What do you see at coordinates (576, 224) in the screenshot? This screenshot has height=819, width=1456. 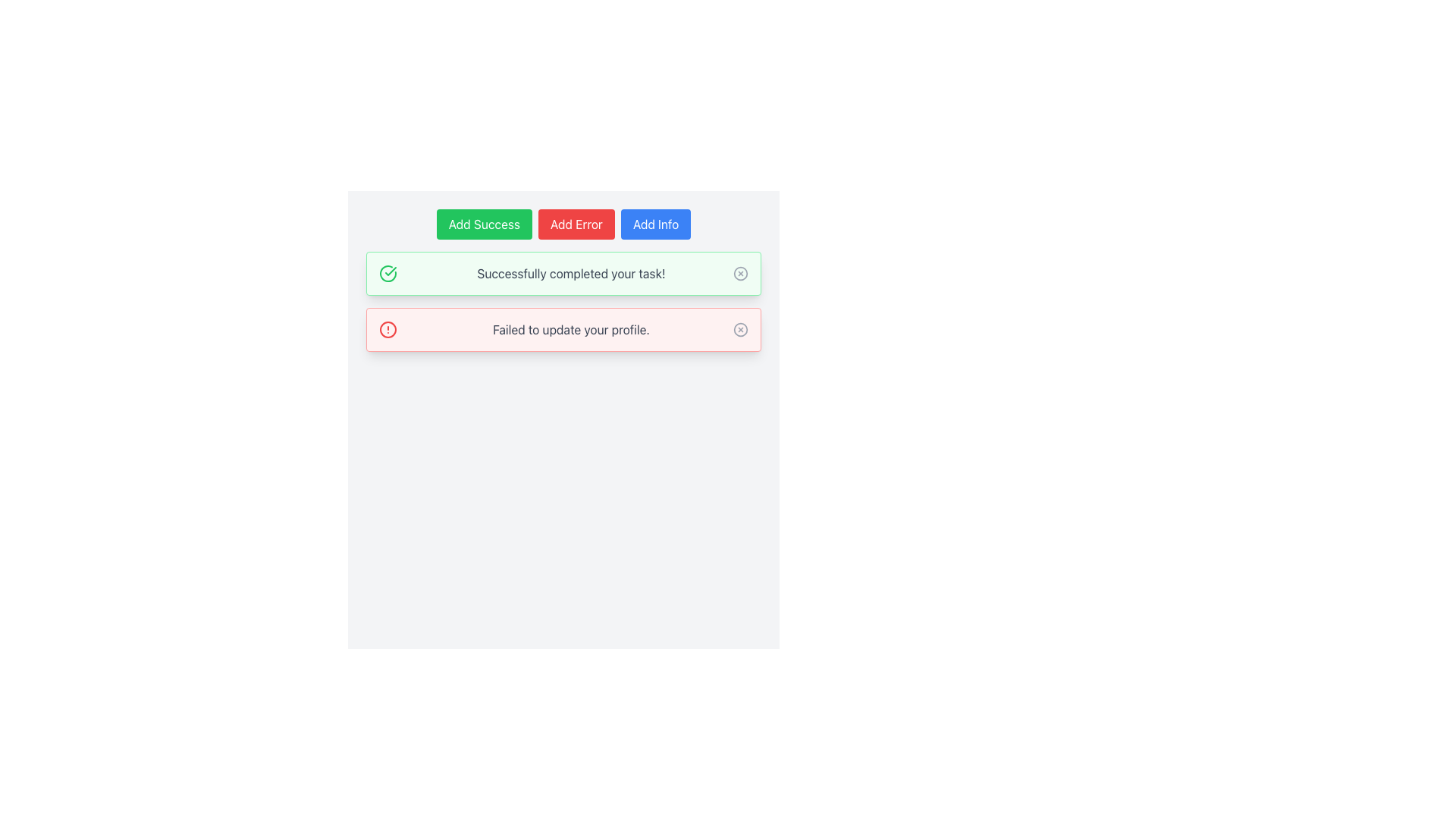 I see `the red 'Add Error' button with white text, which is the second button in a group of three located at the top middle of the UI` at bounding box center [576, 224].